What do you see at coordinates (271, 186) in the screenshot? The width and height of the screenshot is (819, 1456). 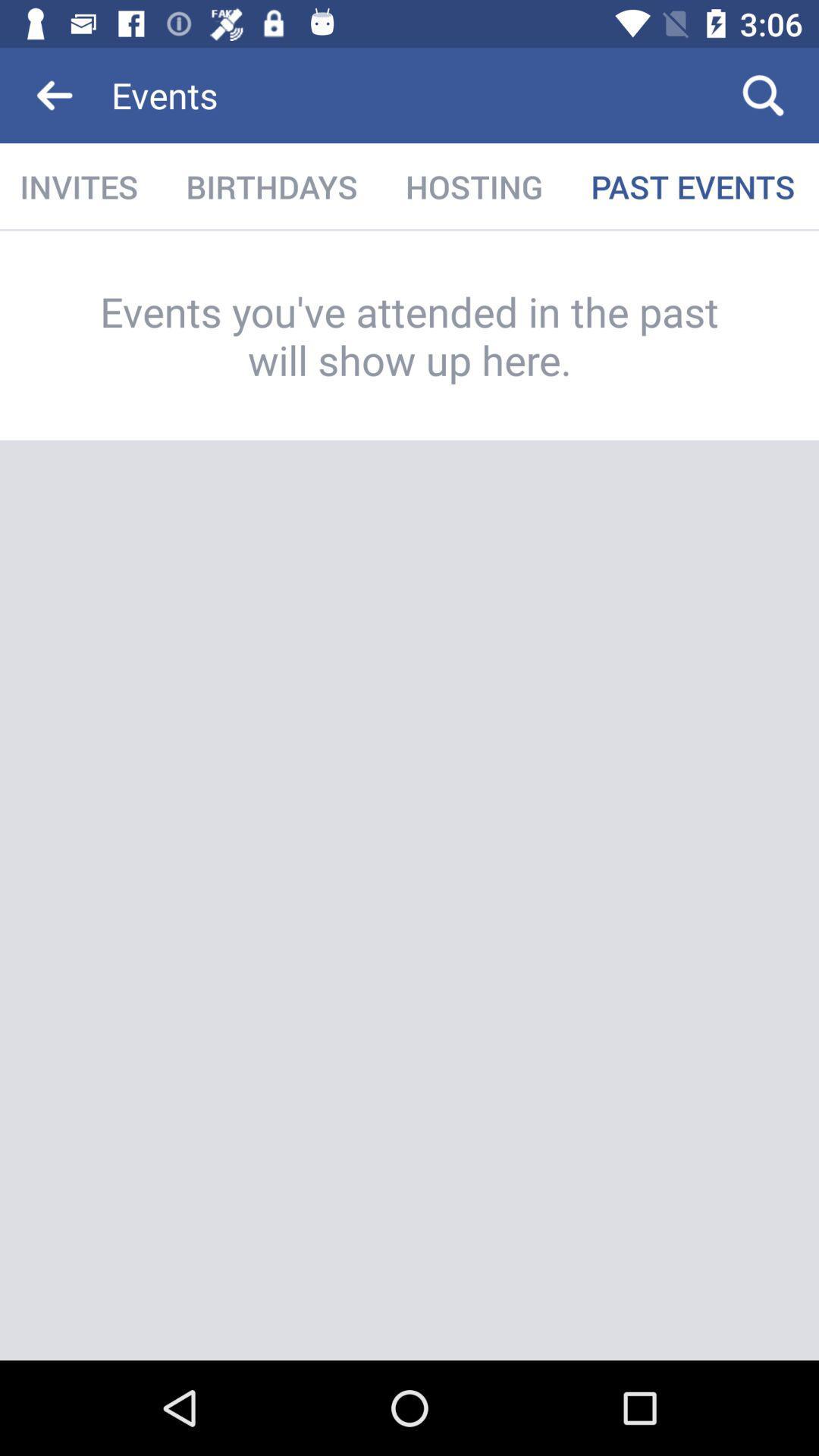 I see `icon next to the invites` at bounding box center [271, 186].